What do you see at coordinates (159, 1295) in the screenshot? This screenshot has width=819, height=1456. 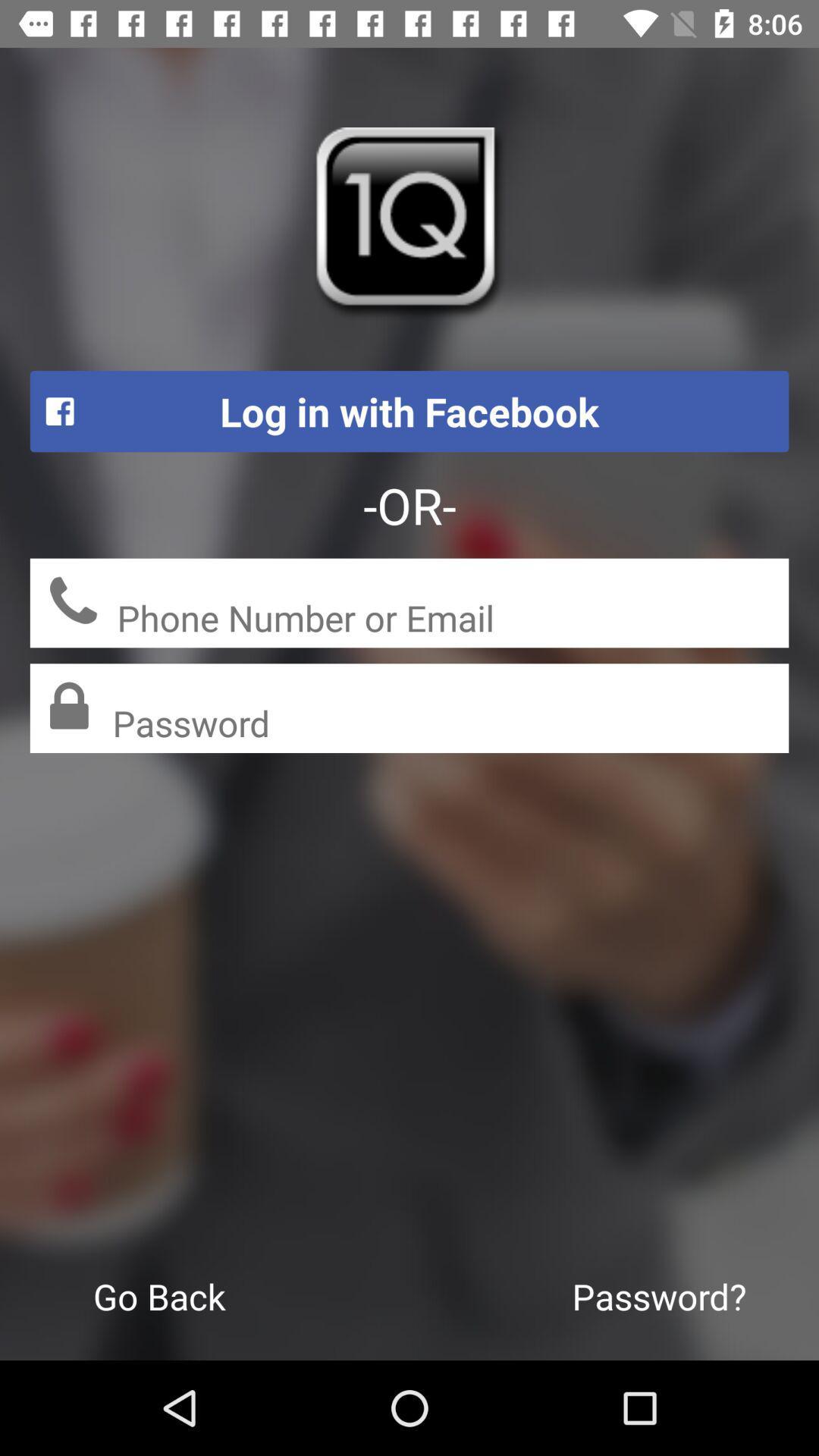 I see `go back icon` at bounding box center [159, 1295].